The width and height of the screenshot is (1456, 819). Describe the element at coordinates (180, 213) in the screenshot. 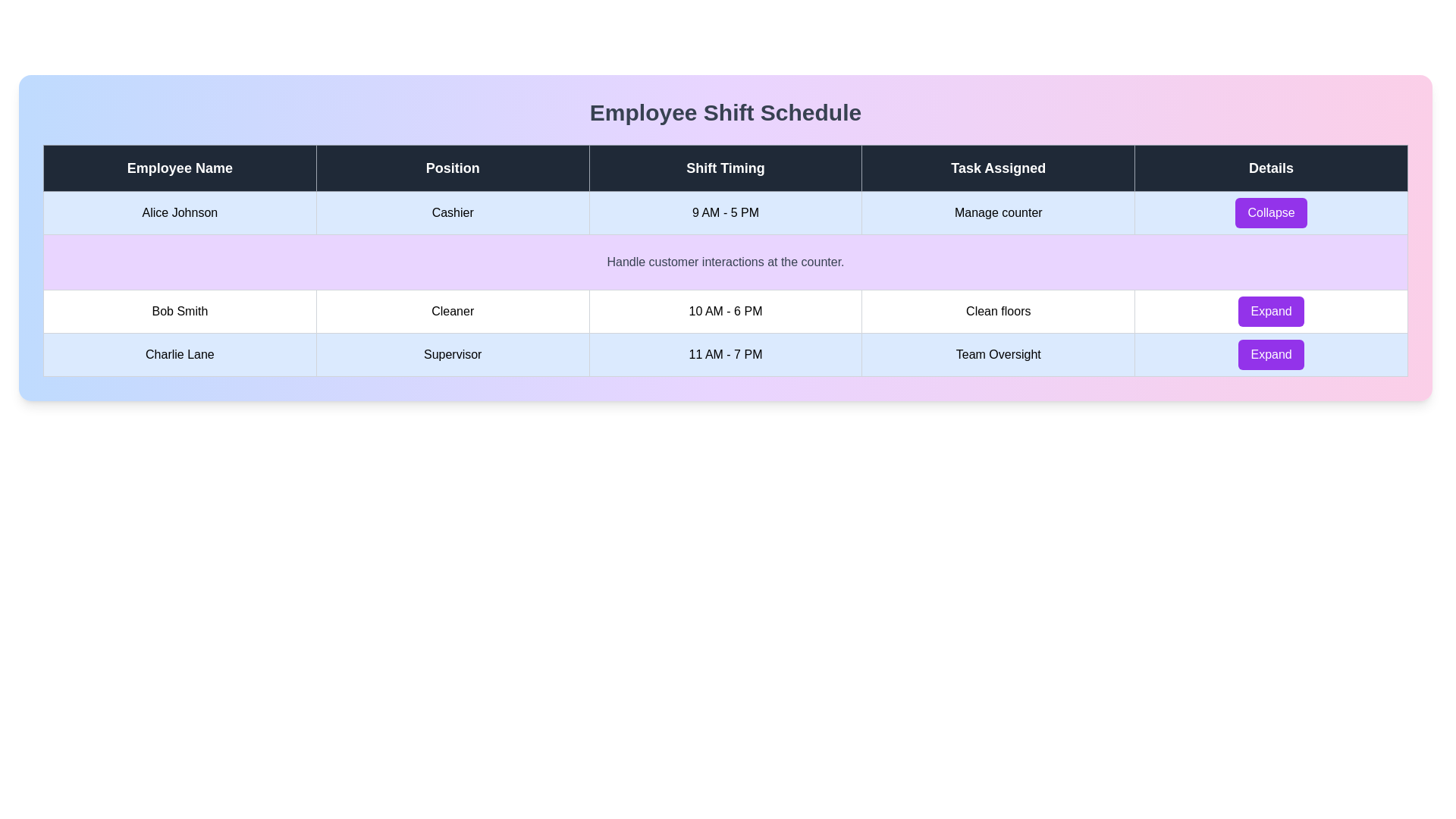

I see `the static text label displaying 'Alice Johnson' with a light blue background and gray border, located in the first row of the employee name column in a table` at that location.